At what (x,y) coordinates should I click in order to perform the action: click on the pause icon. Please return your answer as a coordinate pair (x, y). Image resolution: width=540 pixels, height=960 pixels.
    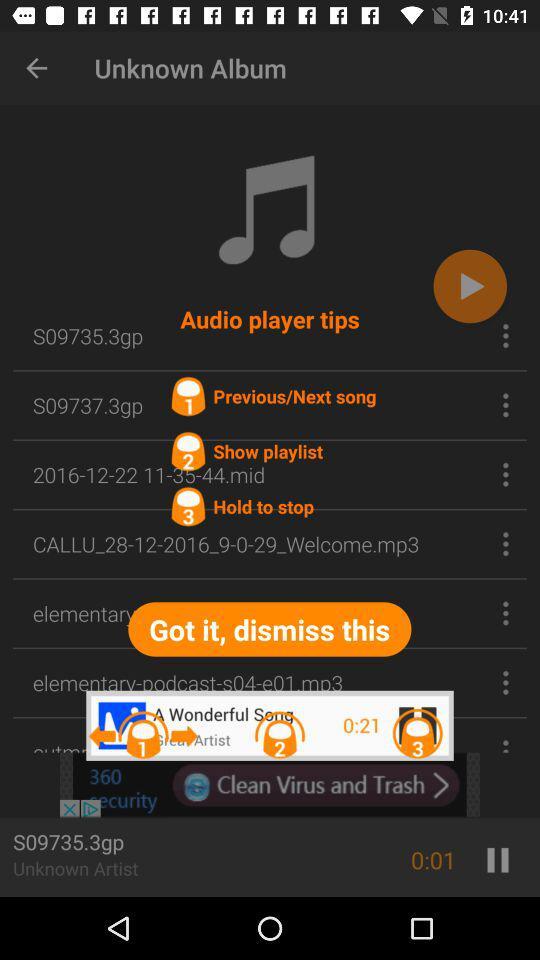
    Looking at the image, I should click on (496, 859).